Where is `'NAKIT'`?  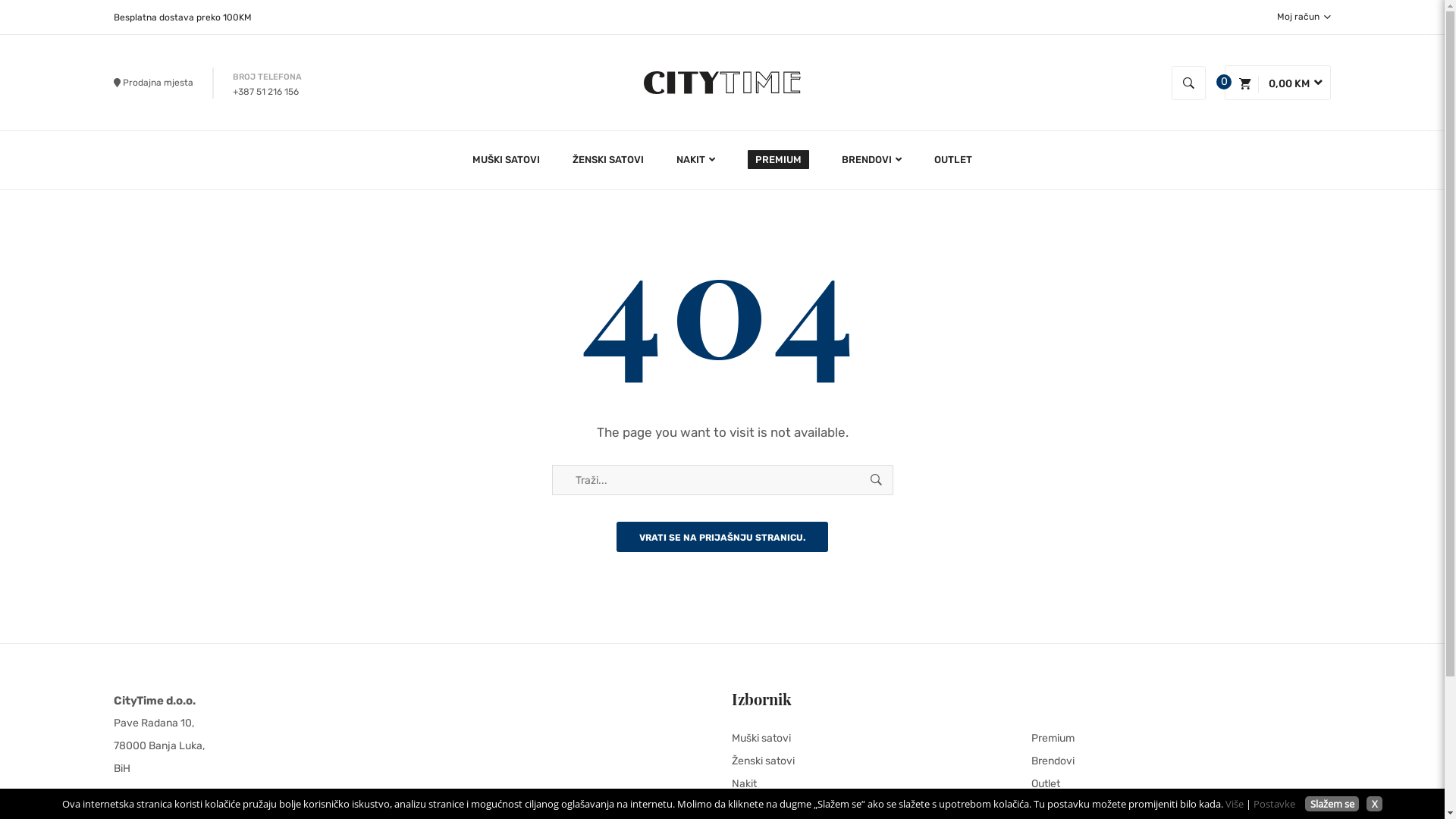
'NAKIT' is located at coordinates (695, 160).